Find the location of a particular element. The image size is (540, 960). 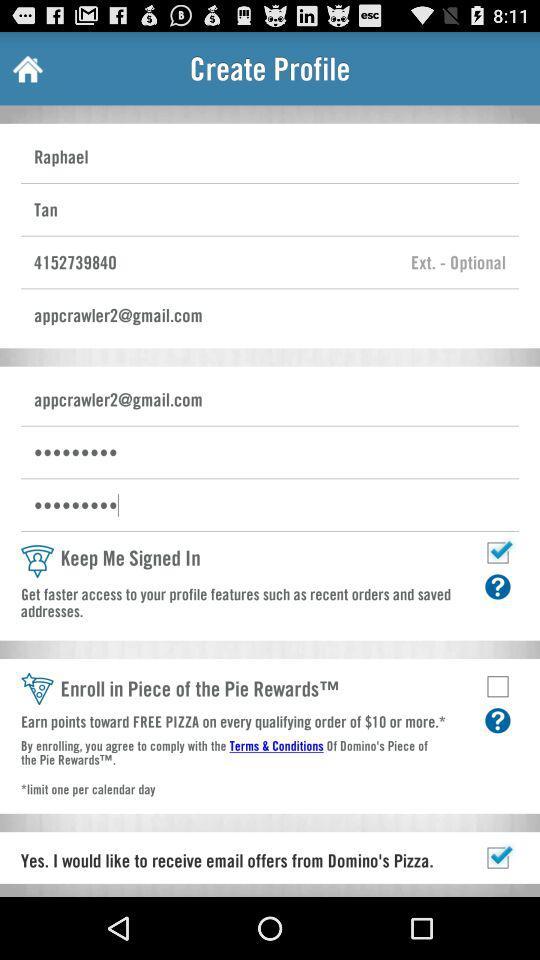

the help icon is located at coordinates (496, 627).